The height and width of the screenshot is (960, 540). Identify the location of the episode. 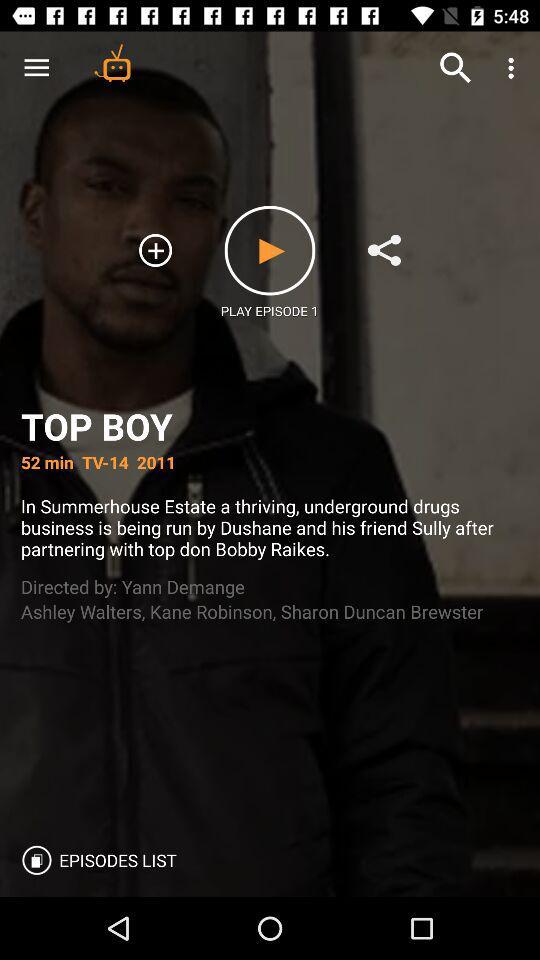
(270, 249).